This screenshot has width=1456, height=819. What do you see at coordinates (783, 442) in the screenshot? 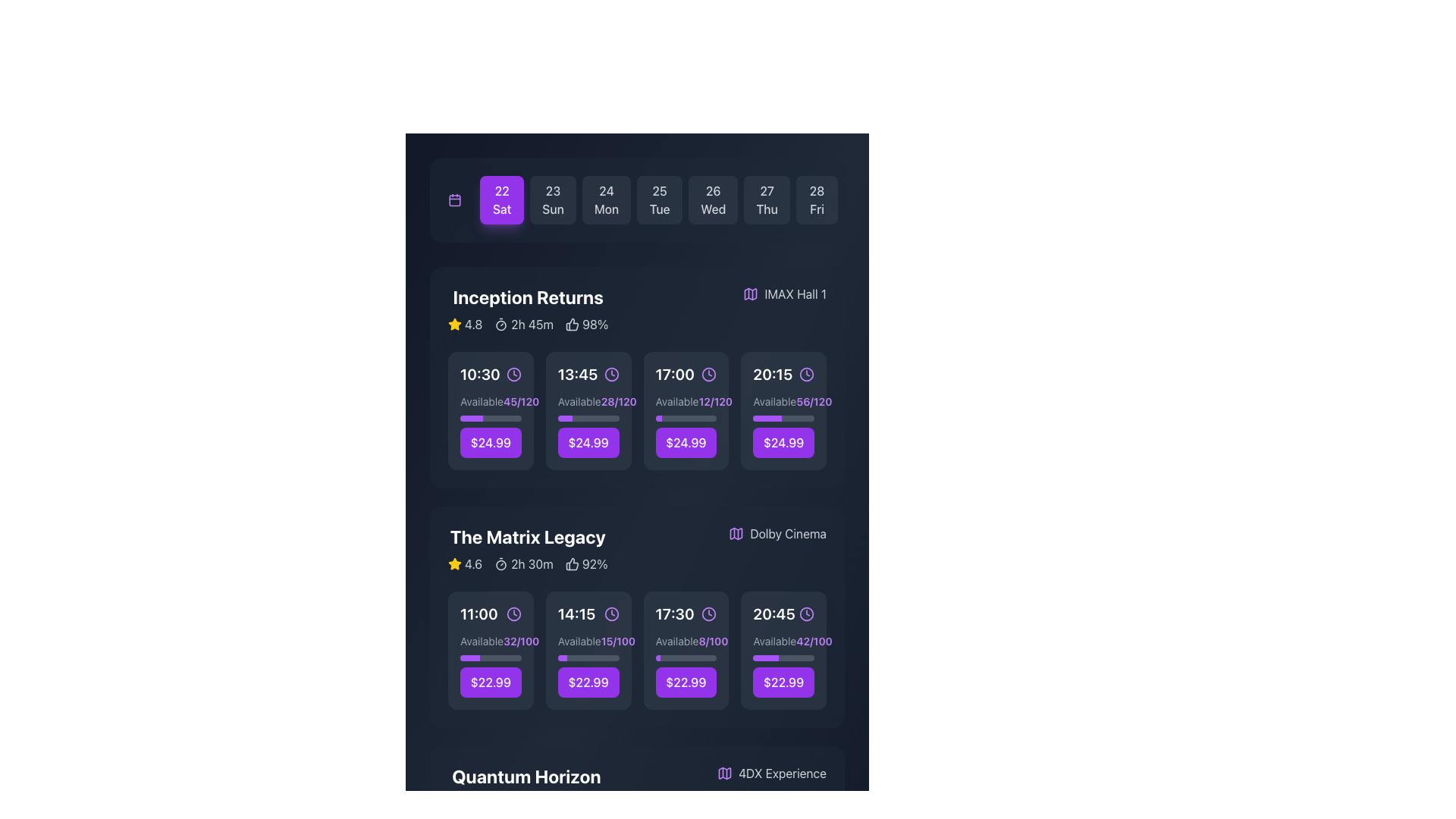
I see `the vibrant purple button displaying the price '$24.99'` at bounding box center [783, 442].